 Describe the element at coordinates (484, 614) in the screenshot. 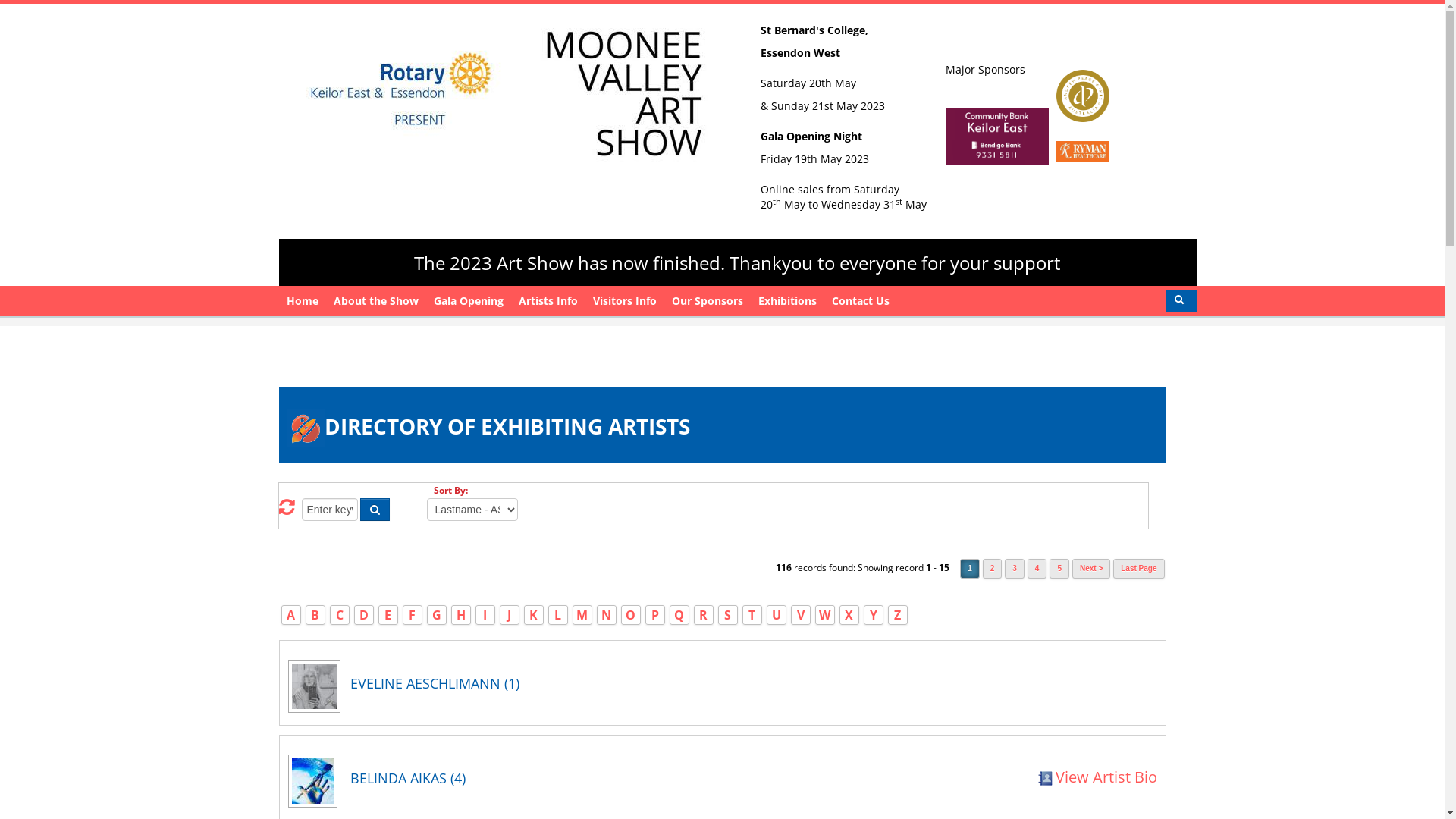

I see `'I'` at that location.